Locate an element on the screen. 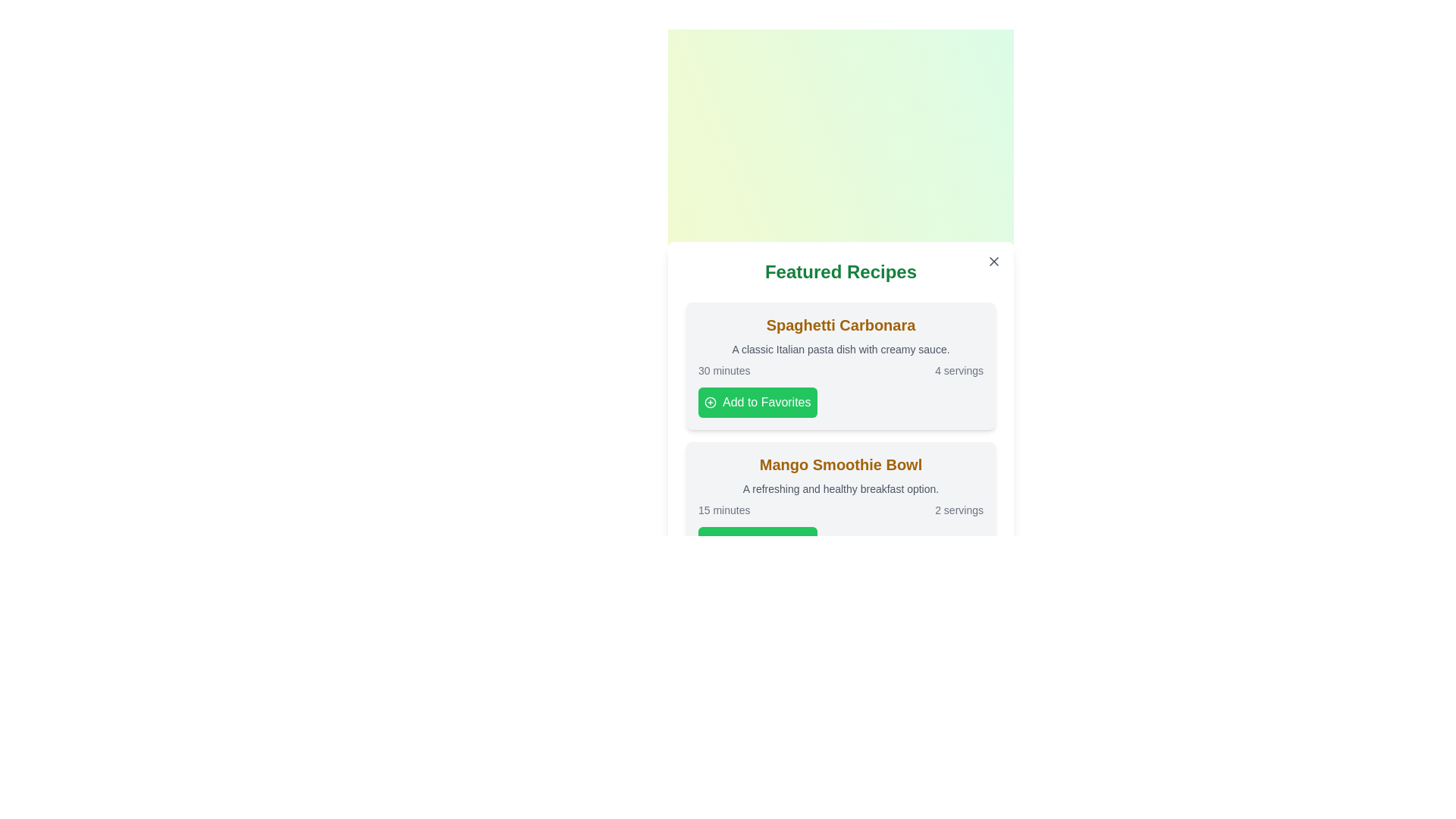  the text label displaying '4 servings' in gray font, located near the bottom-right corner of the 'Spaghetti Carbonara' recipe card, to the right of the '30 minutes' text is located at coordinates (959, 371).